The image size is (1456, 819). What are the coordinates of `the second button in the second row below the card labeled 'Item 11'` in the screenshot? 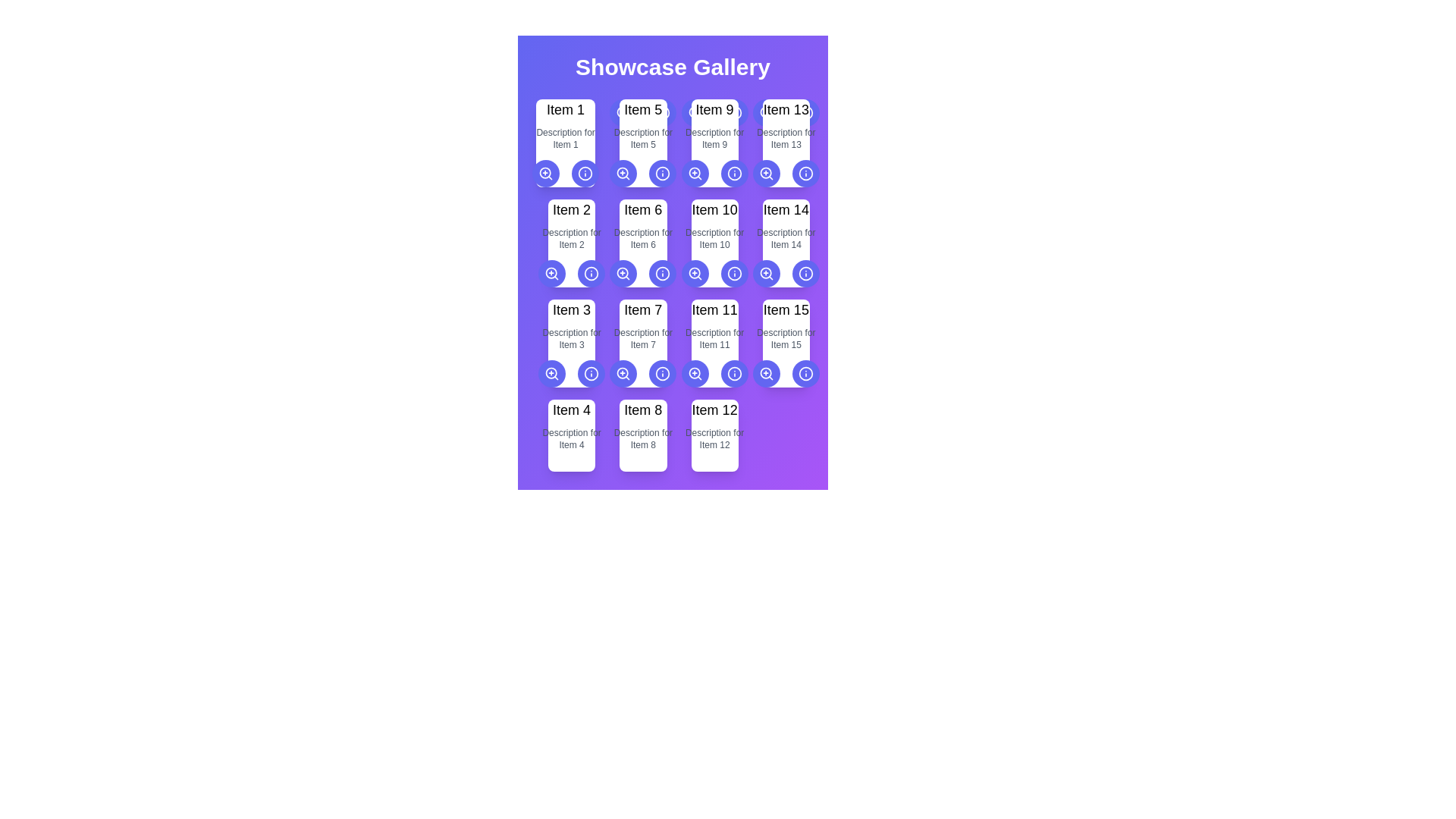 It's located at (734, 274).